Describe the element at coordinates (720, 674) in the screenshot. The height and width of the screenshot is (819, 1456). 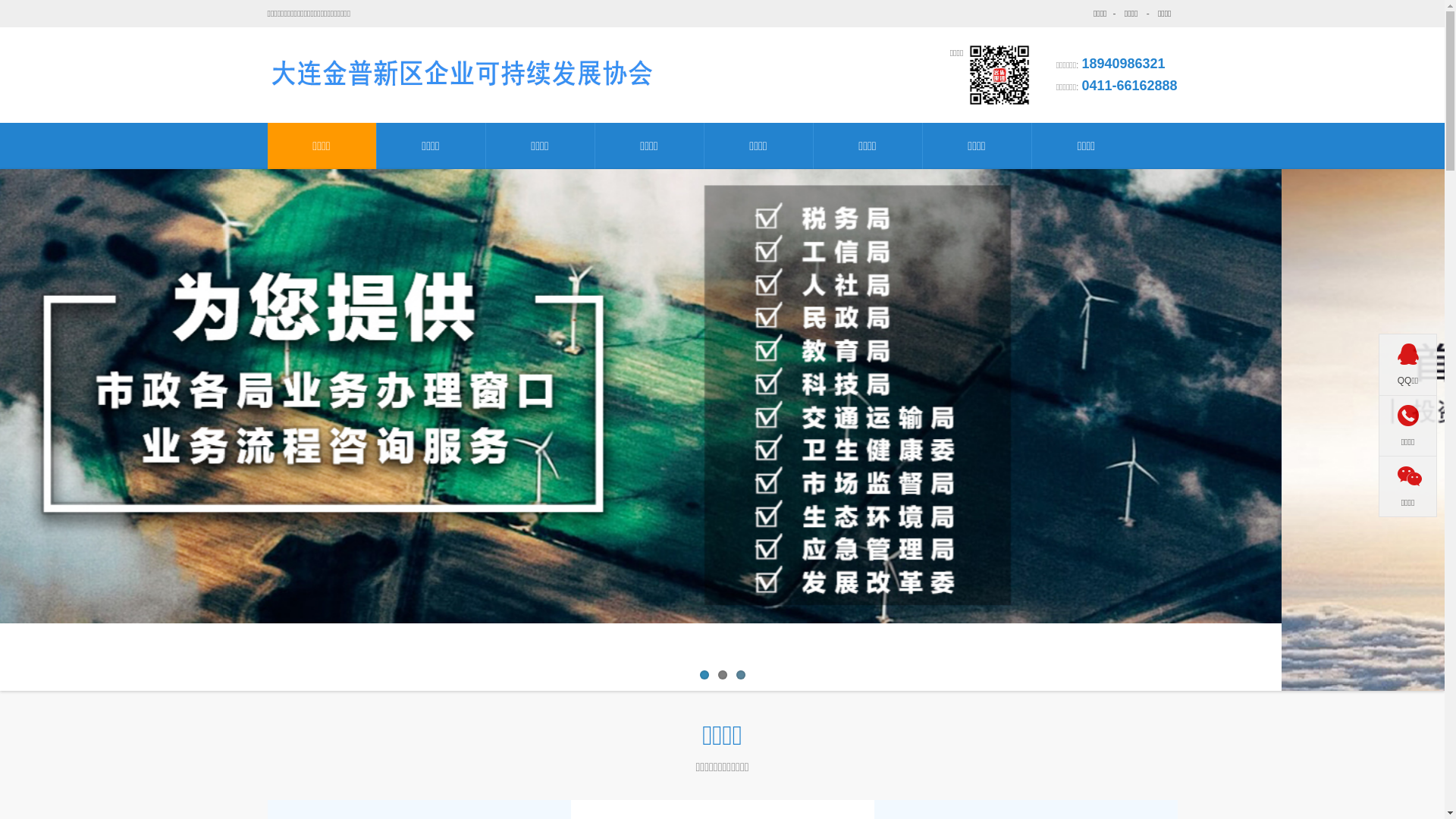
I see `'2'` at that location.